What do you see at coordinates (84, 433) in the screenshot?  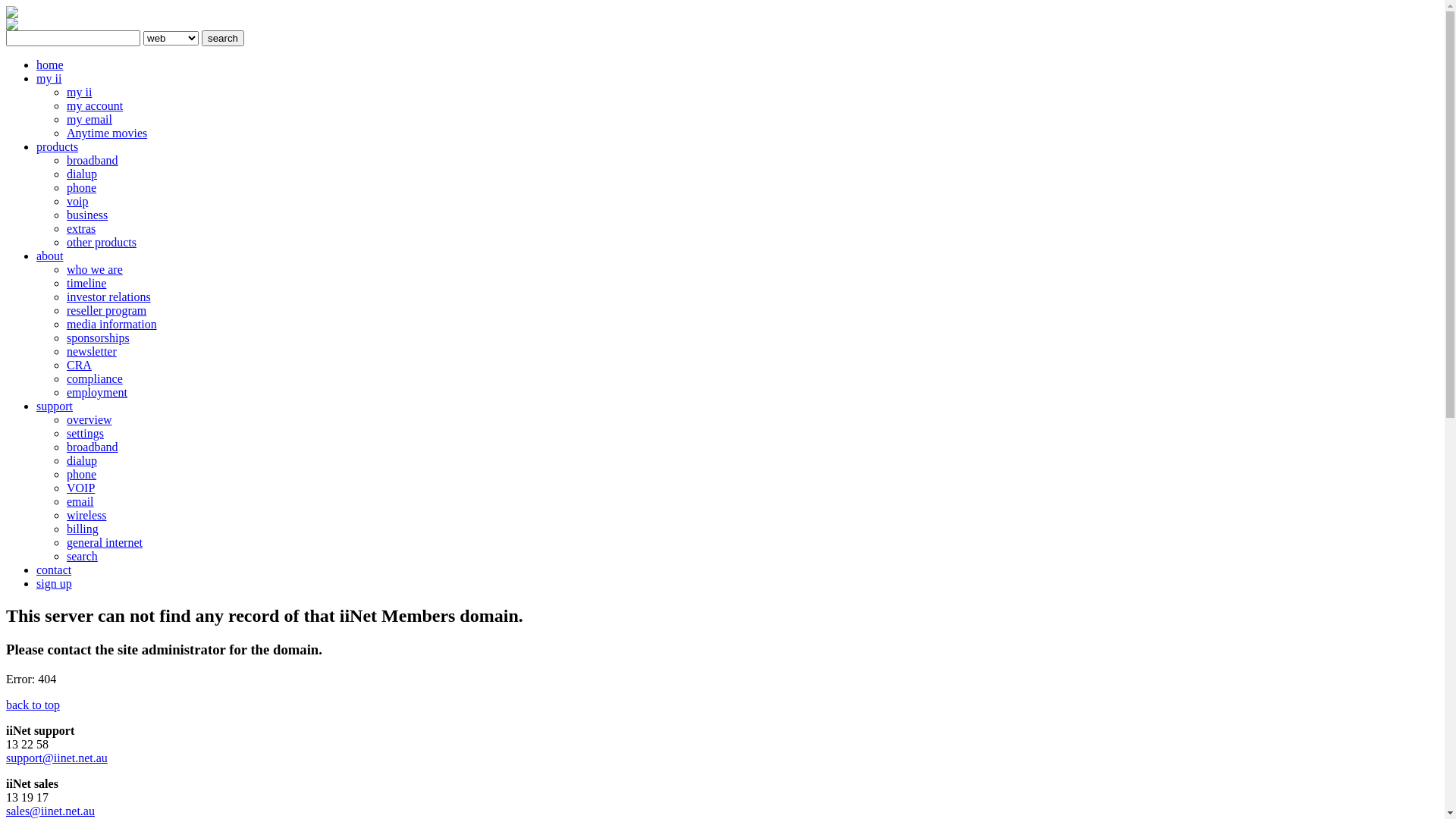 I see `'settings'` at bounding box center [84, 433].